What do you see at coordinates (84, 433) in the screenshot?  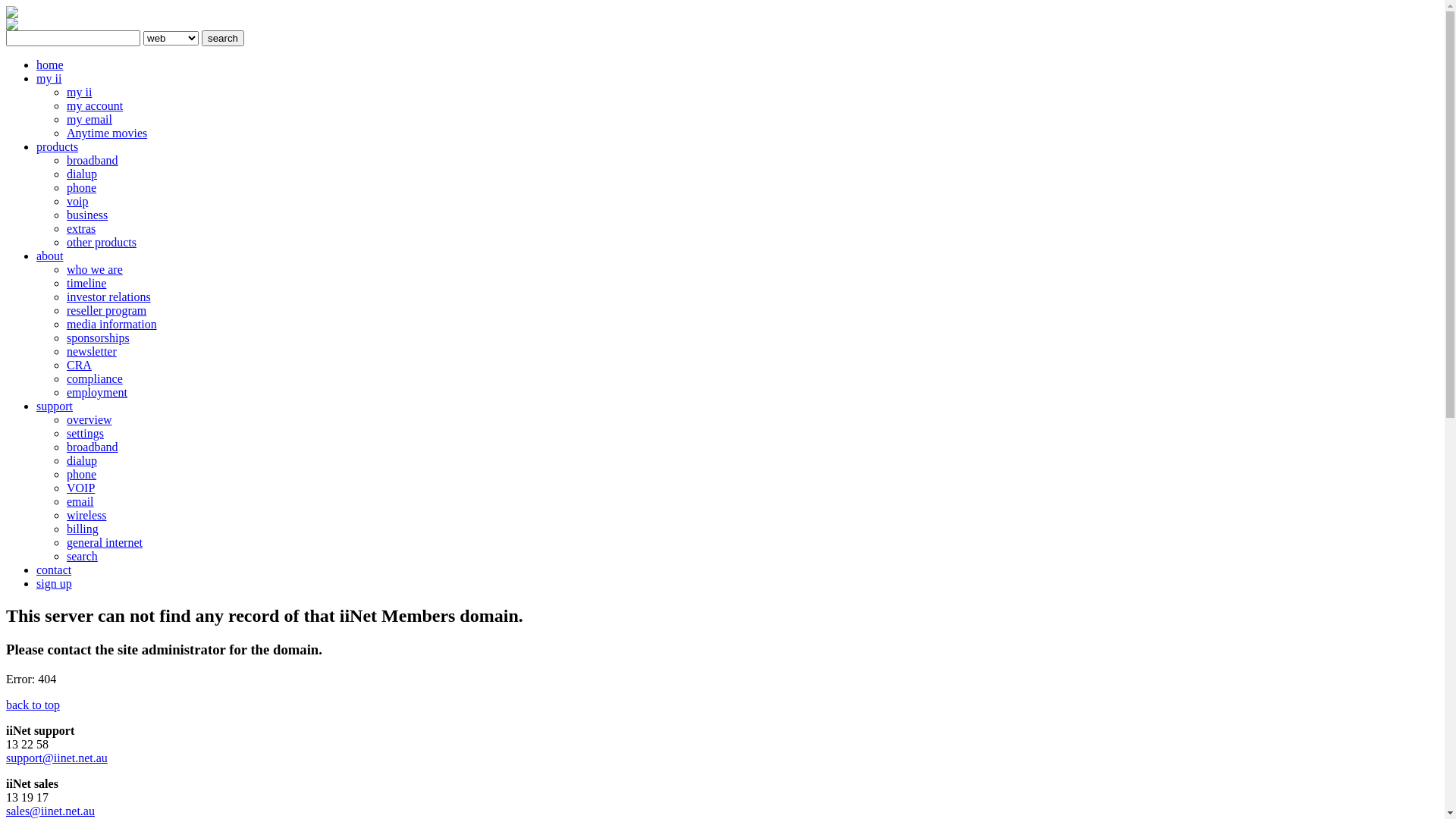 I see `'settings'` at bounding box center [84, 433].